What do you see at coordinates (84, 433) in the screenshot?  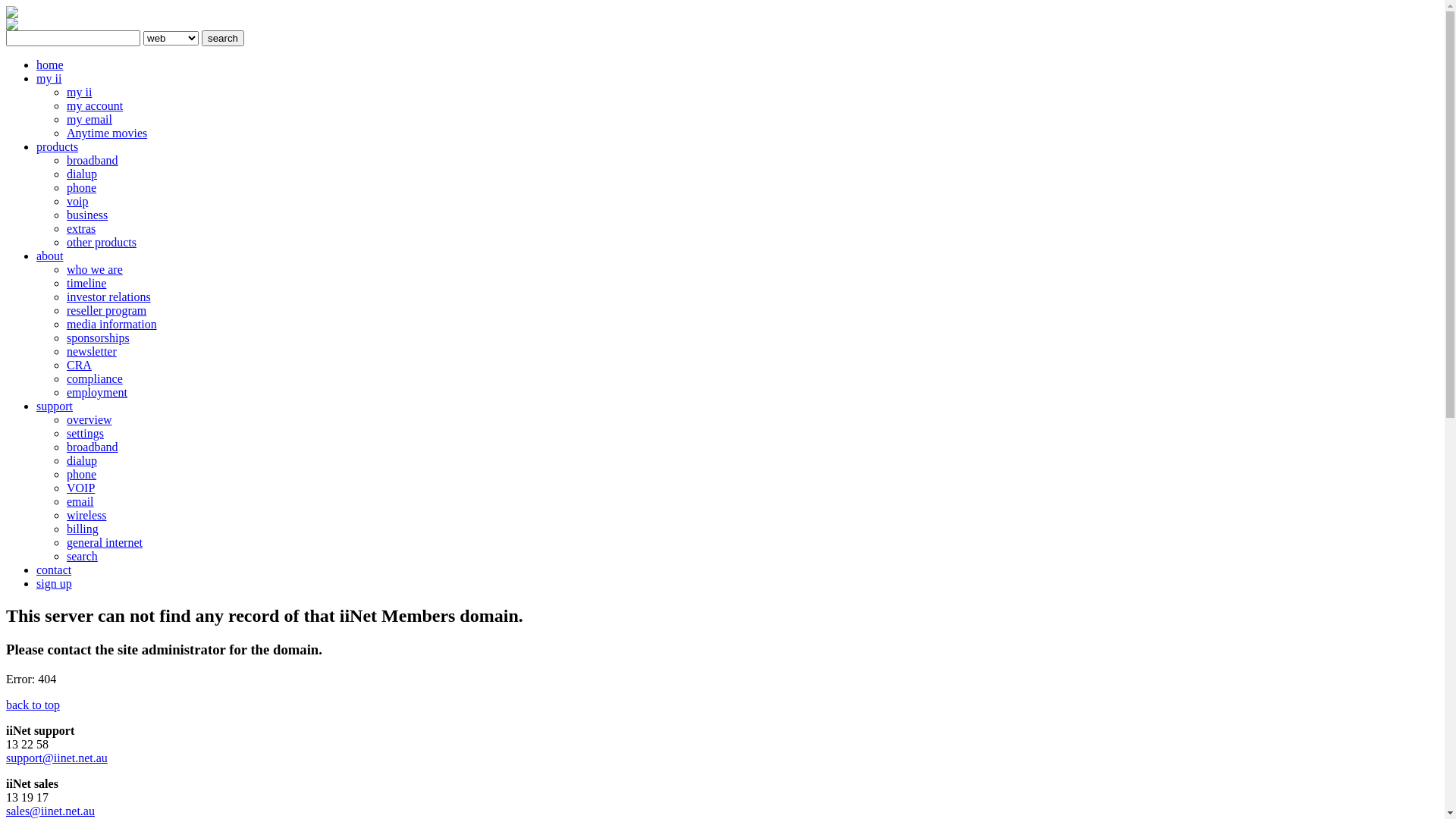 I see `'settings'` at bounding box center [84, 433].